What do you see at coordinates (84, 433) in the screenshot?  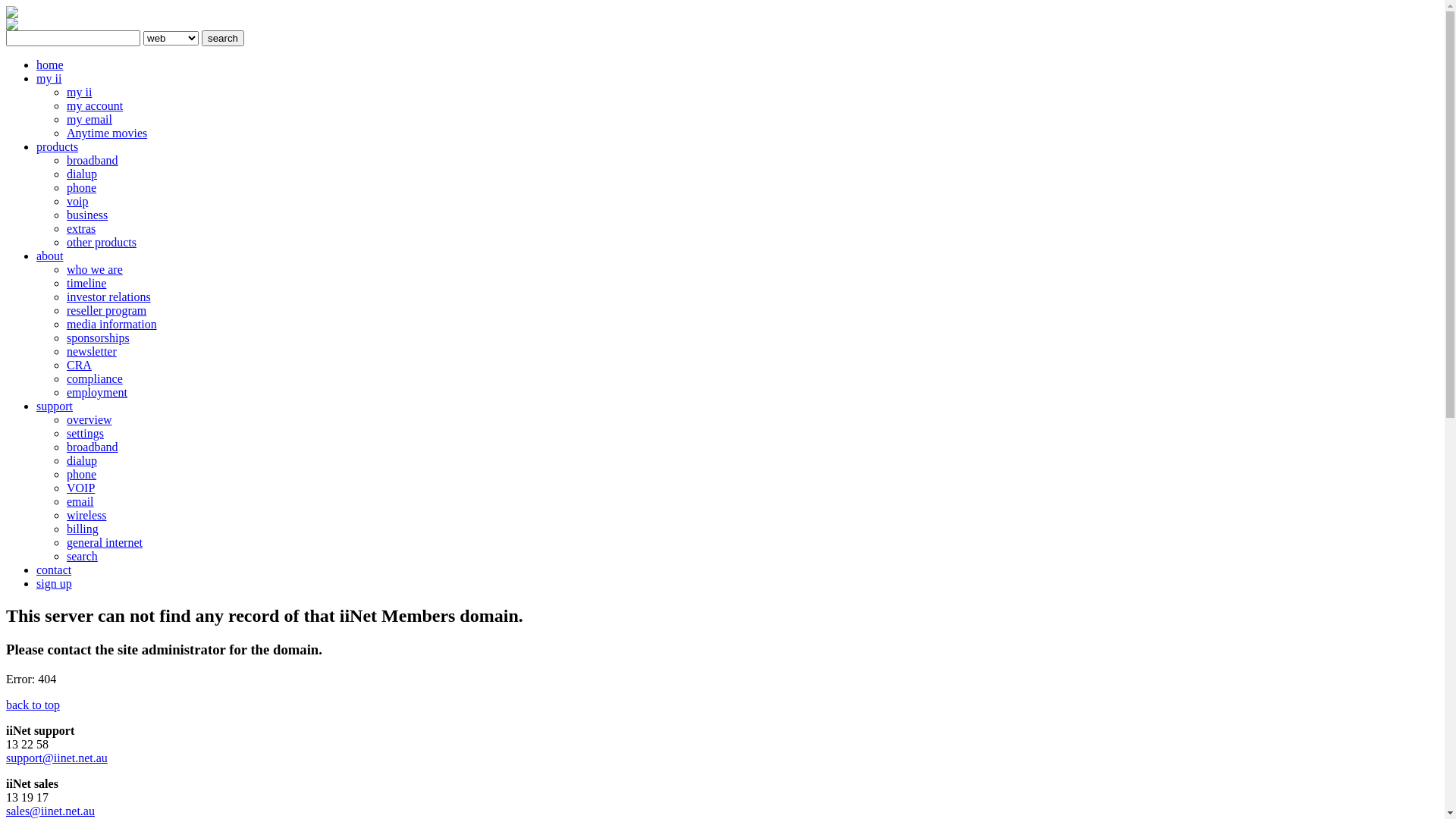 I see `'settings'` at bounding box center [84, 433].